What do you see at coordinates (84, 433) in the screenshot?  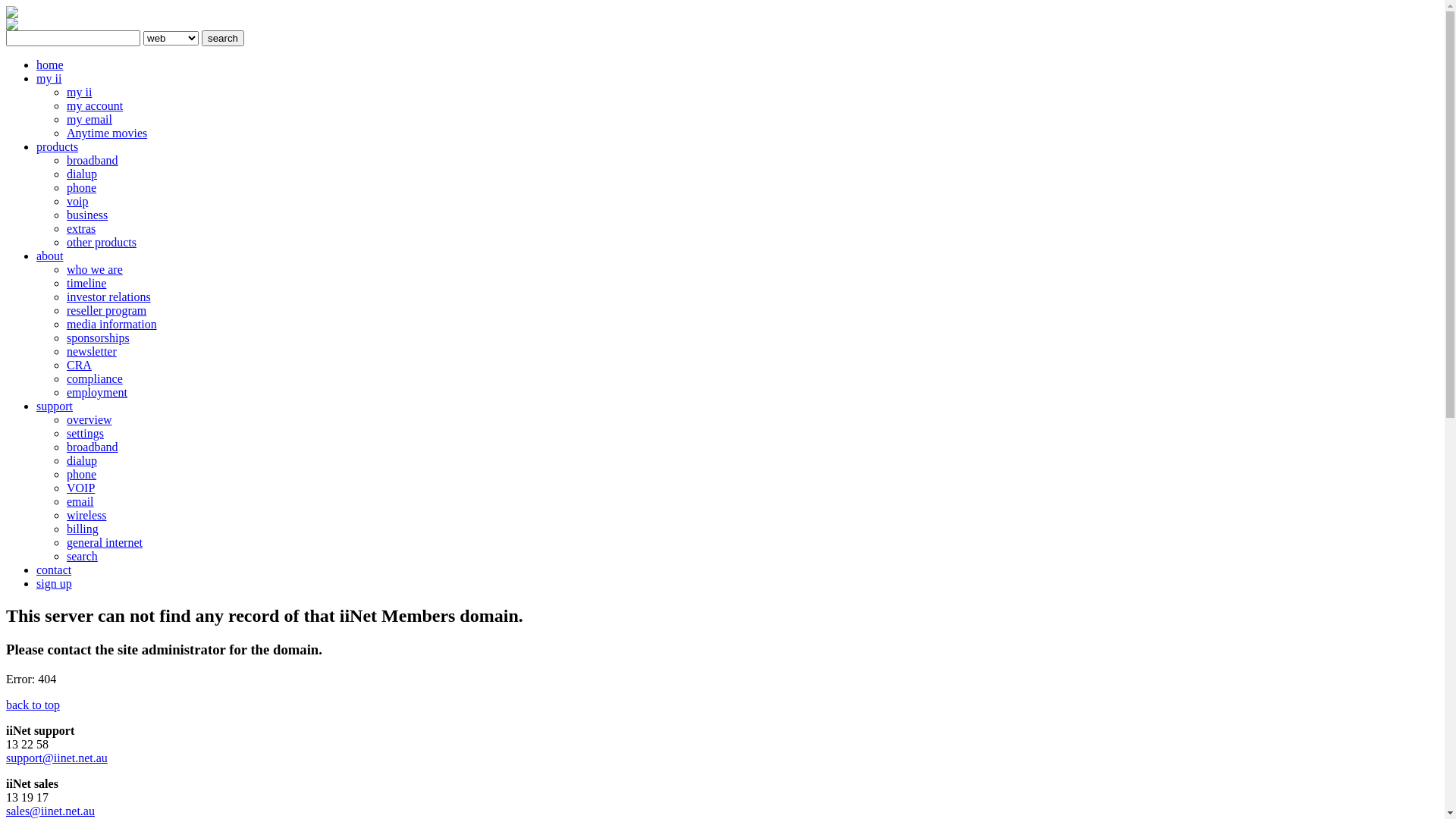 I see `'settings'` at bounding box center [84, 433].